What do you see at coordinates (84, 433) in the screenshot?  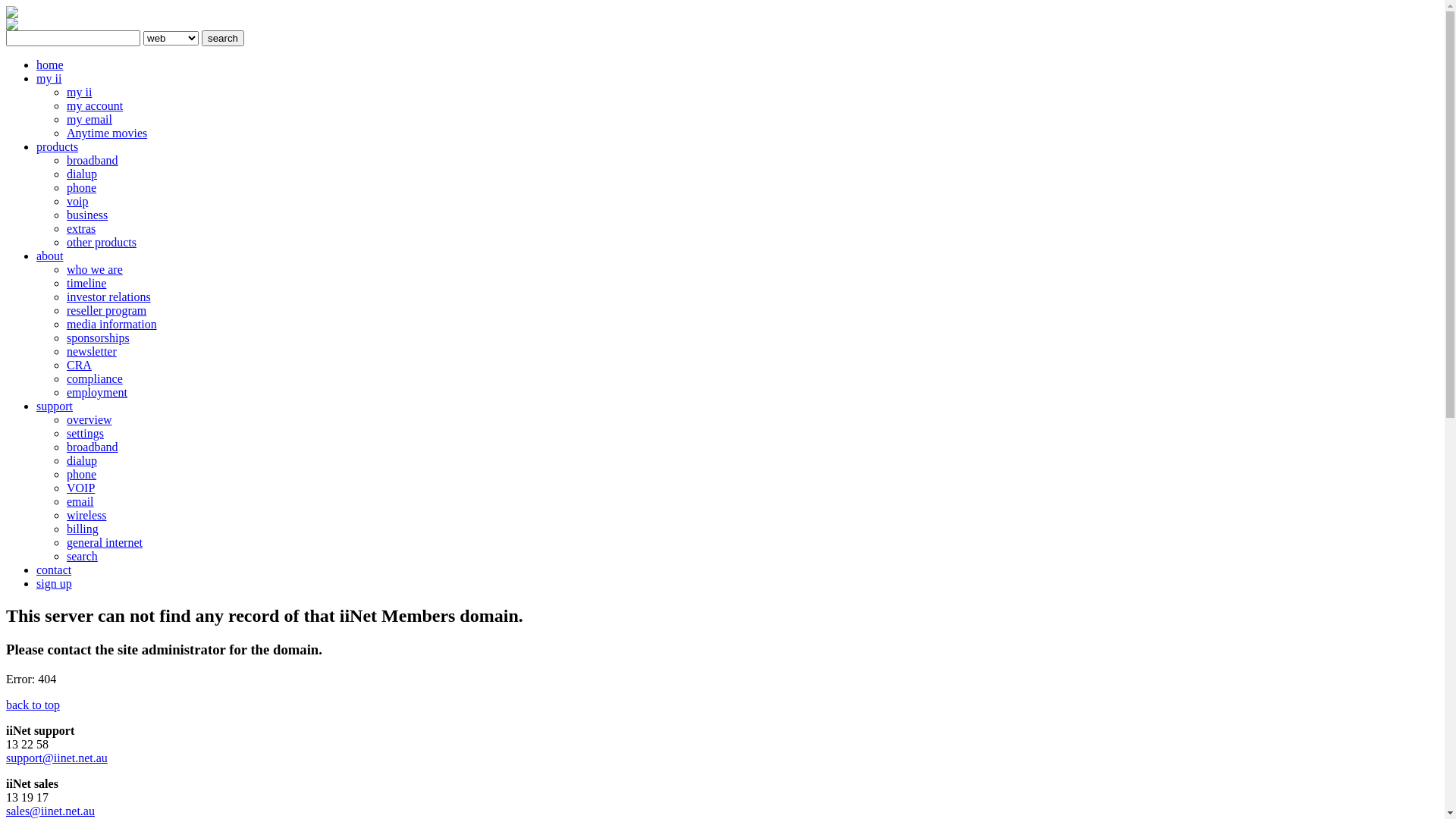 I see `'settings'` at bounding box center [84, 433].